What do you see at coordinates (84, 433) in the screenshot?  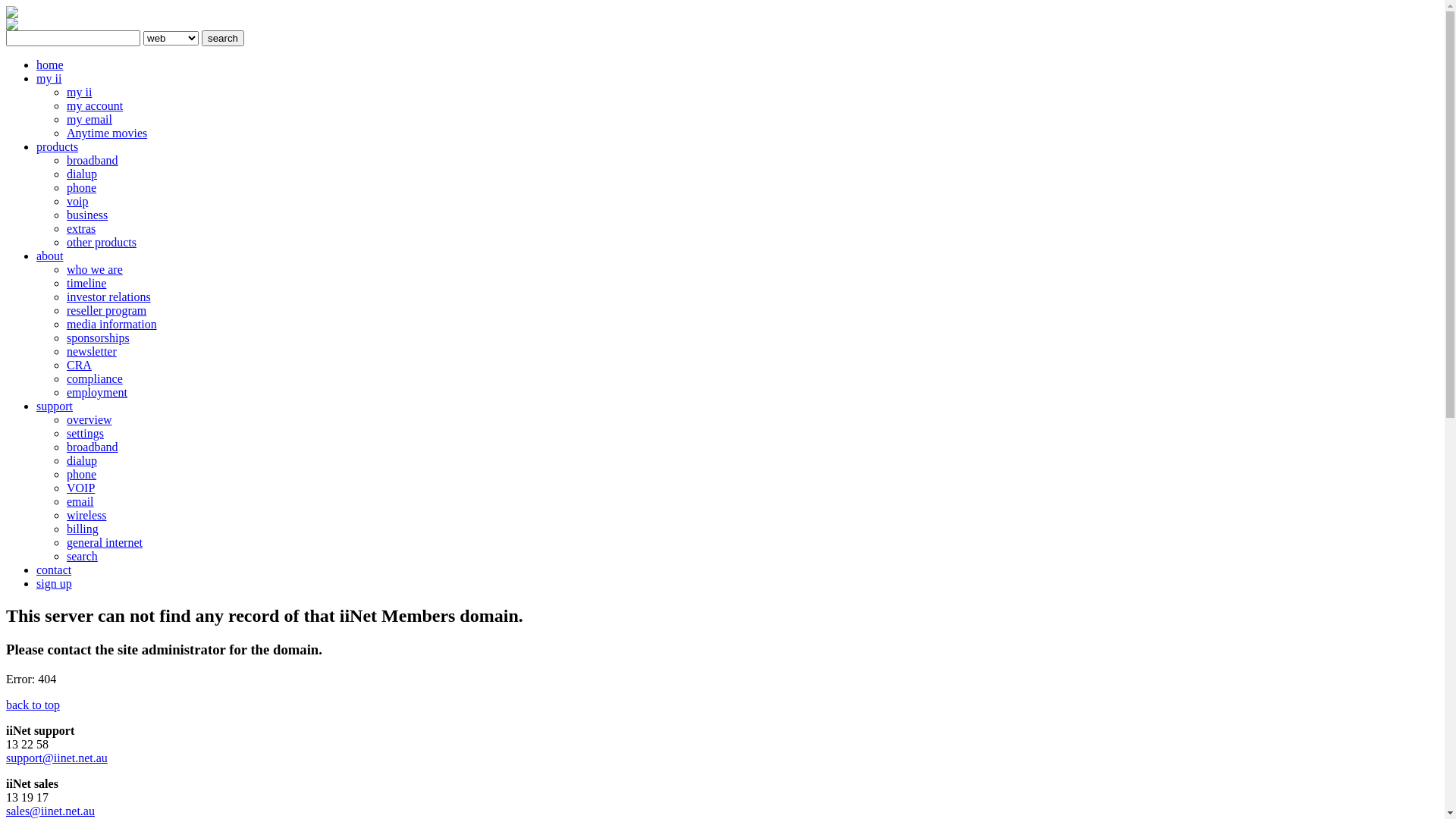 I see `'settings'` at bounding box center [84, 433].